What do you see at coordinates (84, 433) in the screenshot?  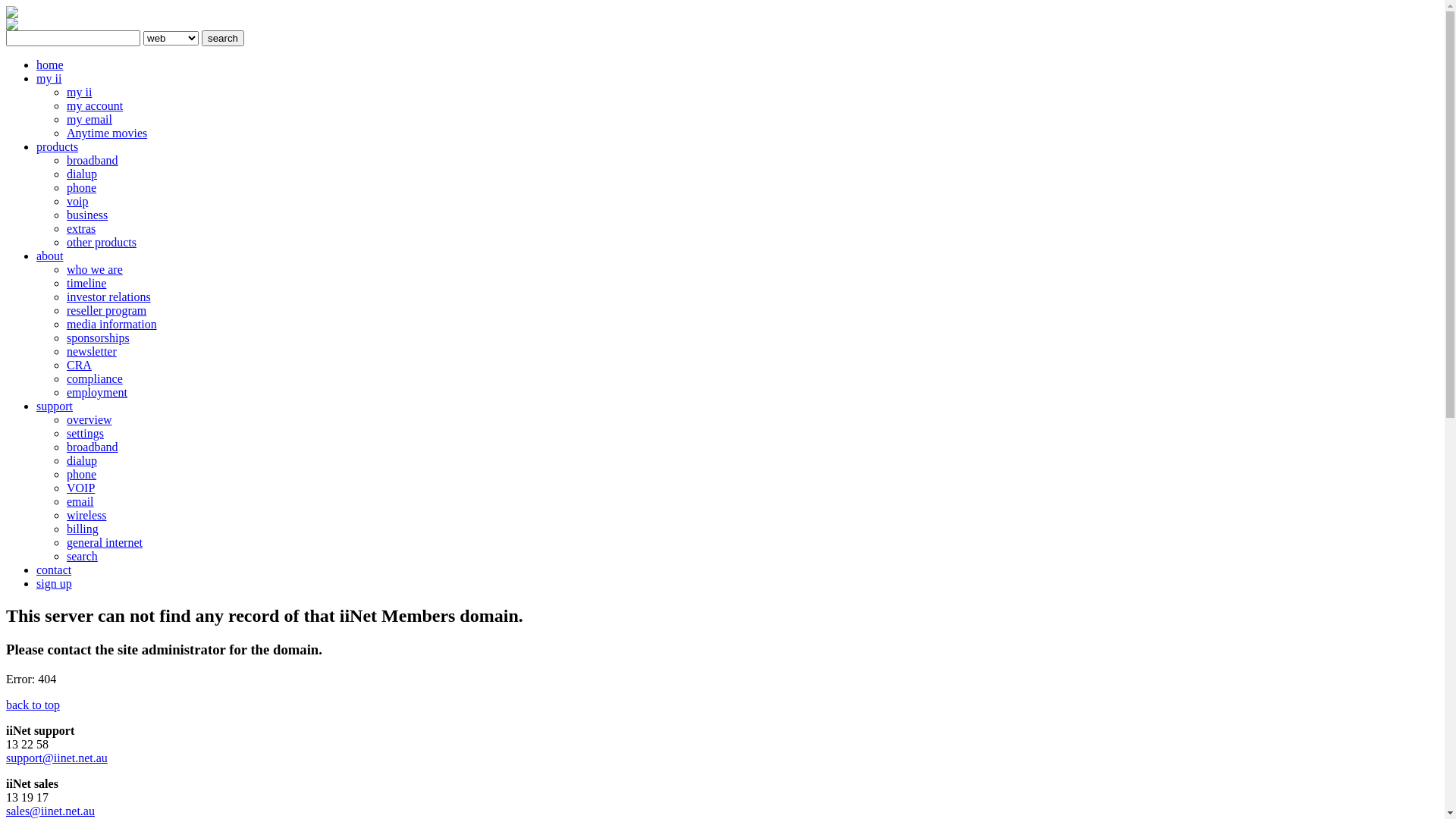 I see `'settings'` at bounding box center [84, 433].